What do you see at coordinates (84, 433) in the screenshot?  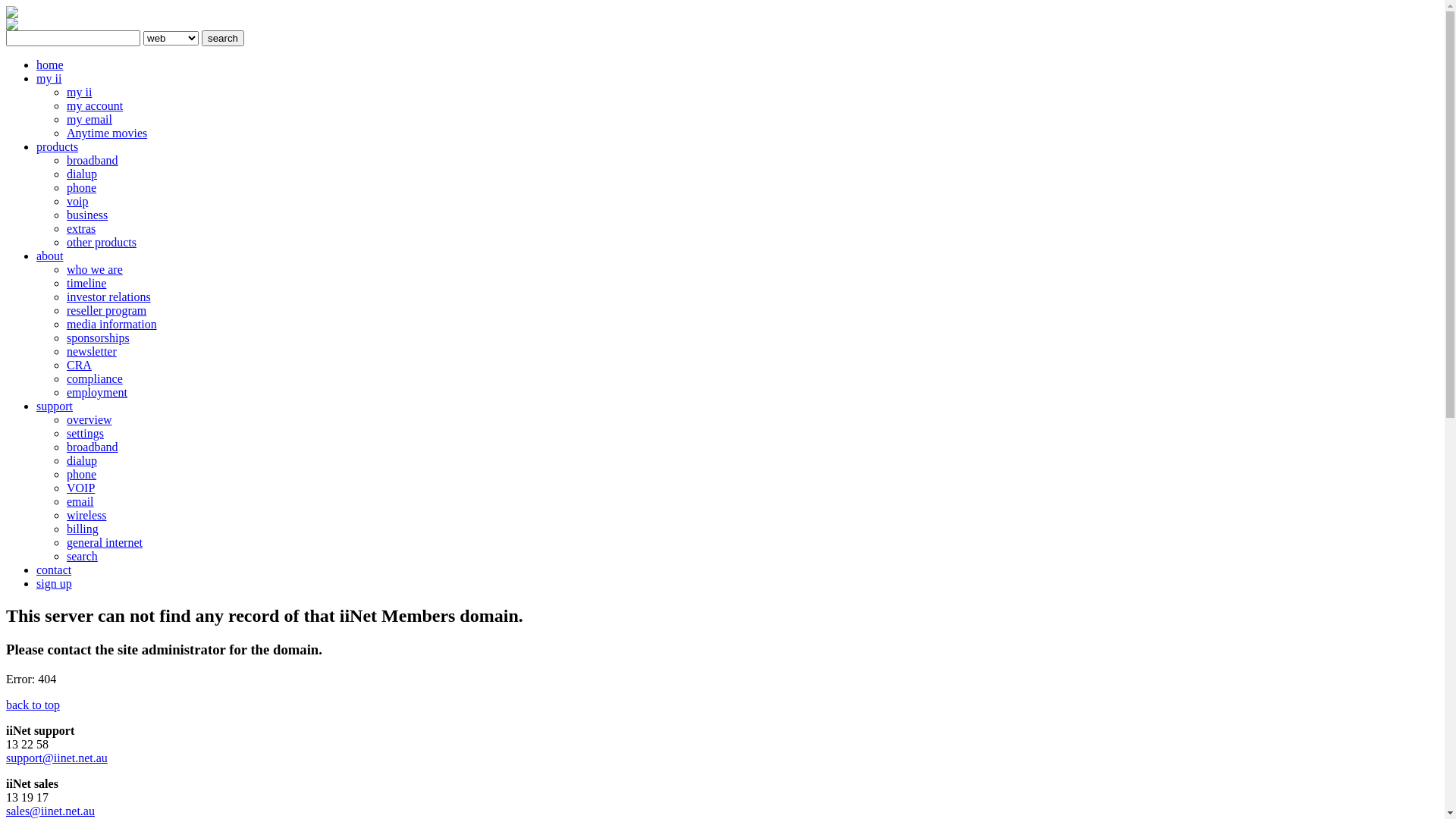 I see `'settings'` at bounding box center [84, 433].